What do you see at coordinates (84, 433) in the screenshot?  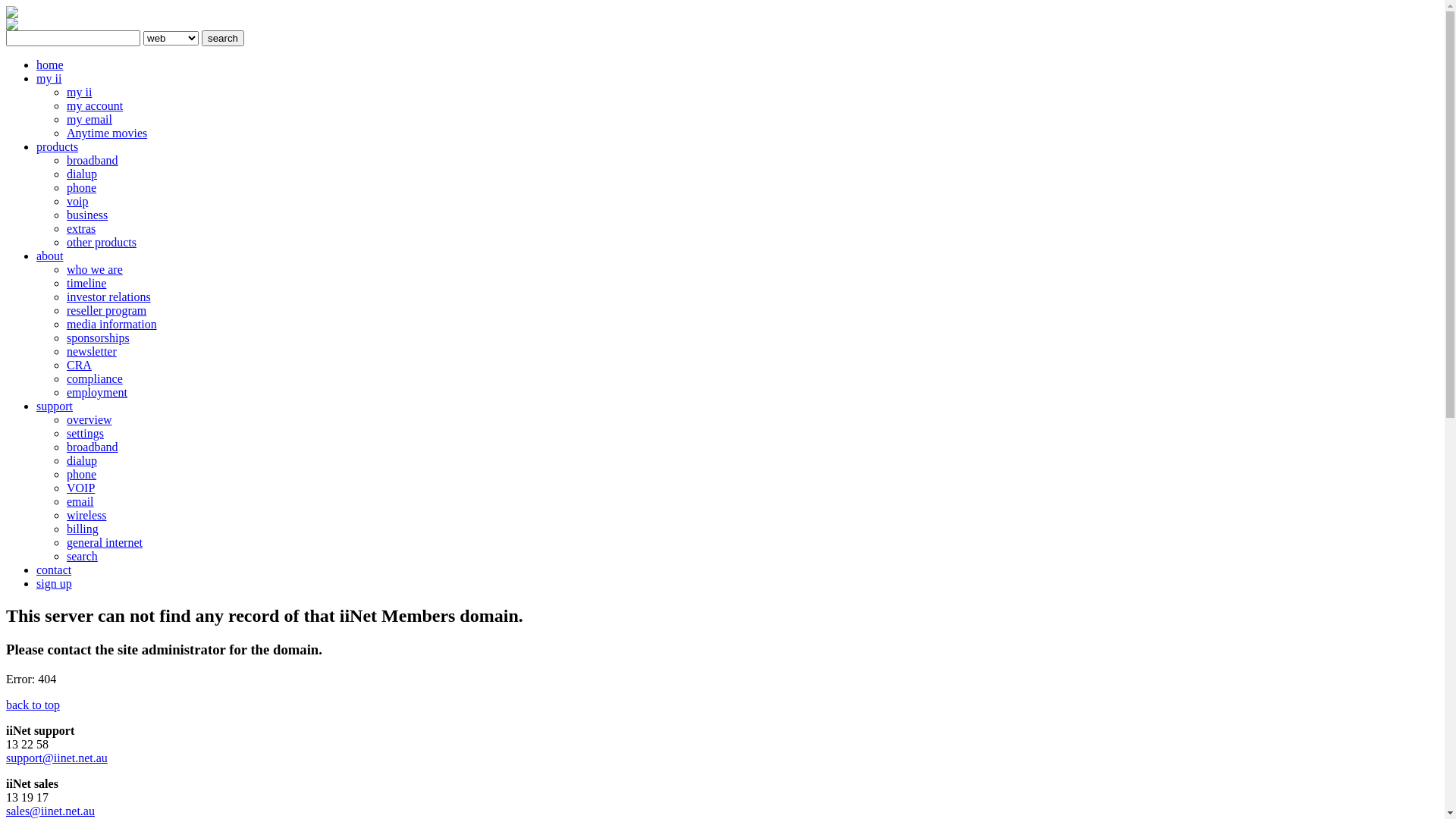 I see `'settings'` at bounding box center [84, 433].